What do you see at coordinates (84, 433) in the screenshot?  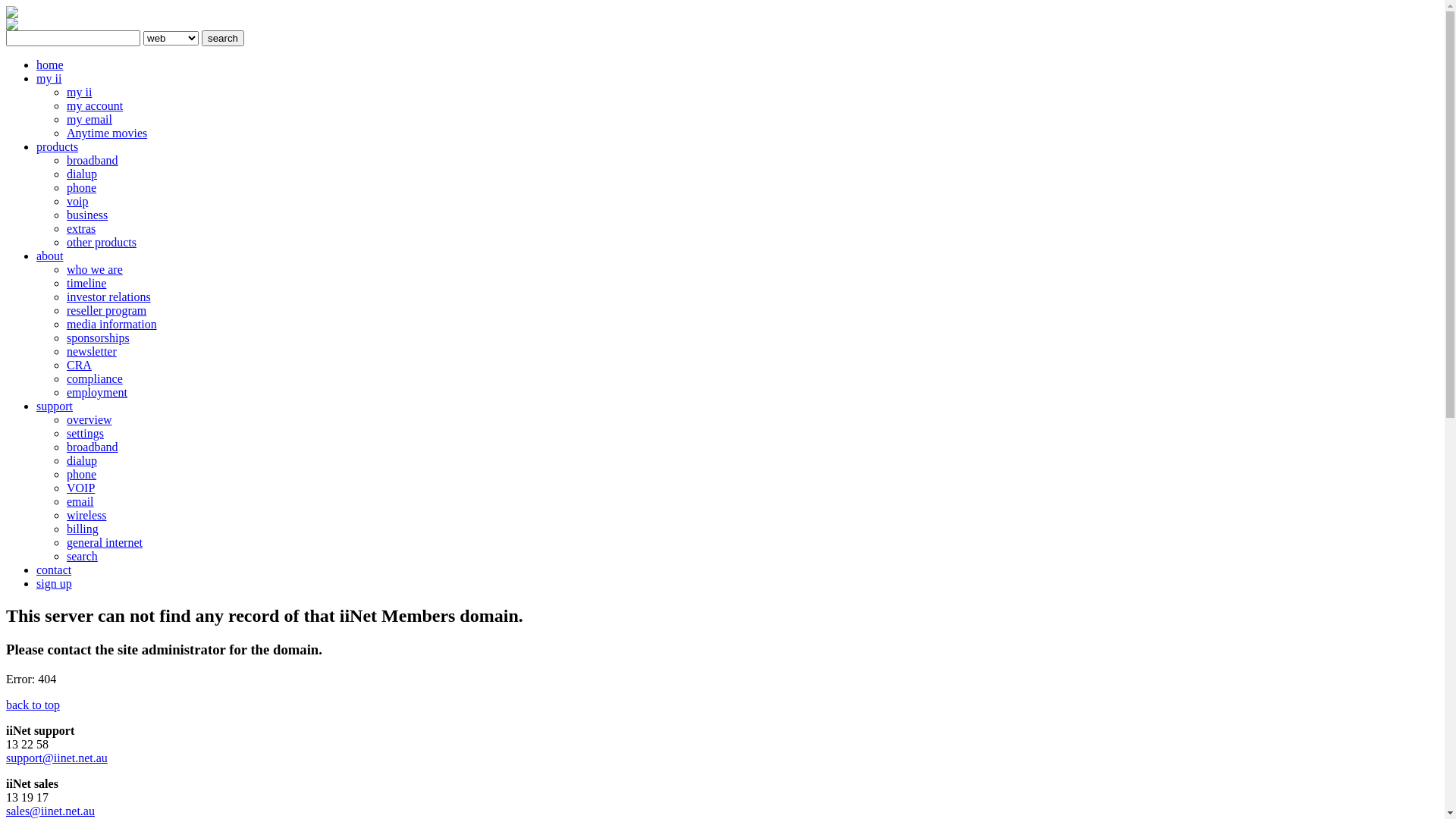 I see `'settings'` at bounding box center [84, 433].